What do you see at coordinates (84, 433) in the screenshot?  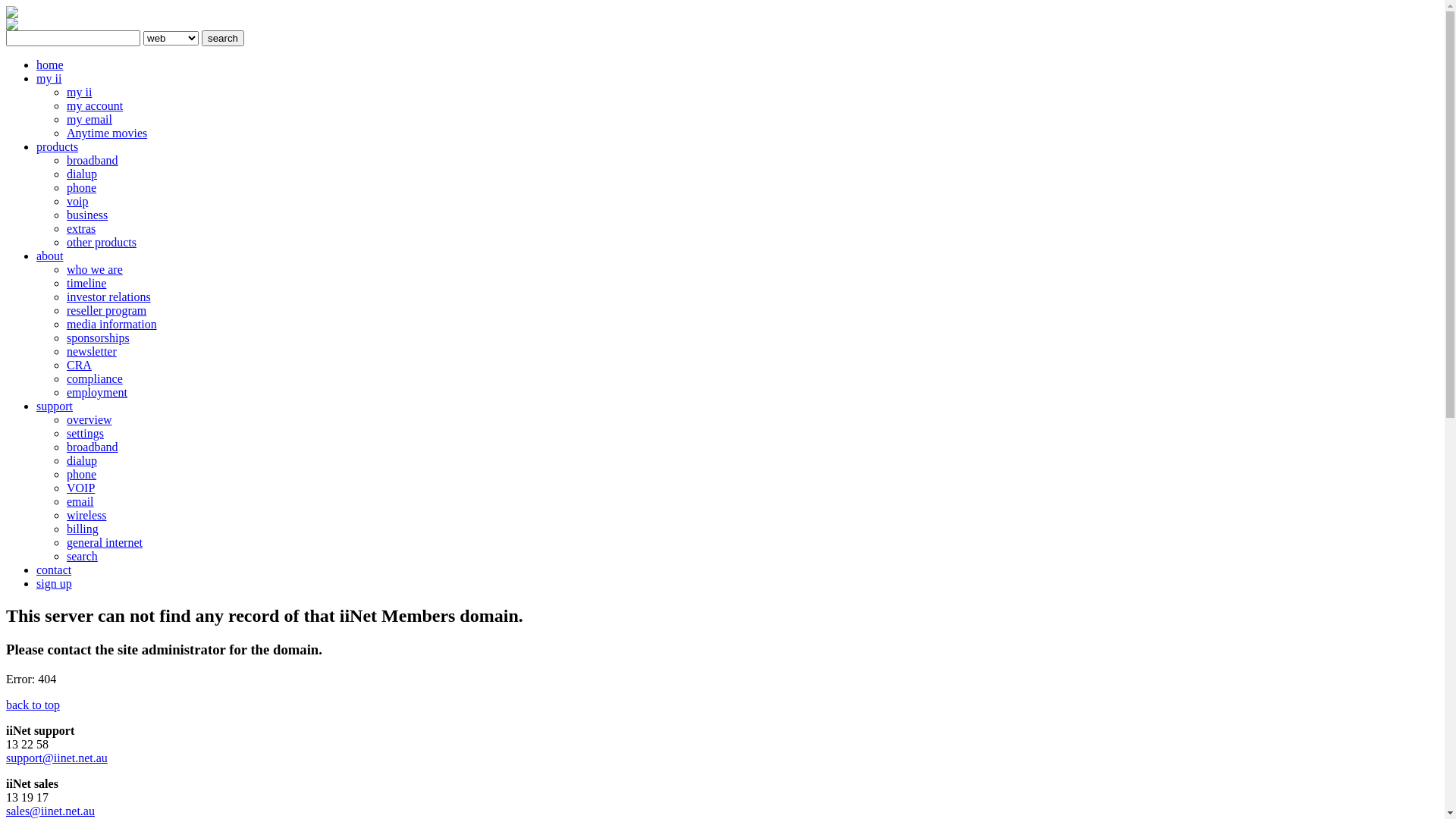 I see `'settings'` at bounding box center [84, 433].